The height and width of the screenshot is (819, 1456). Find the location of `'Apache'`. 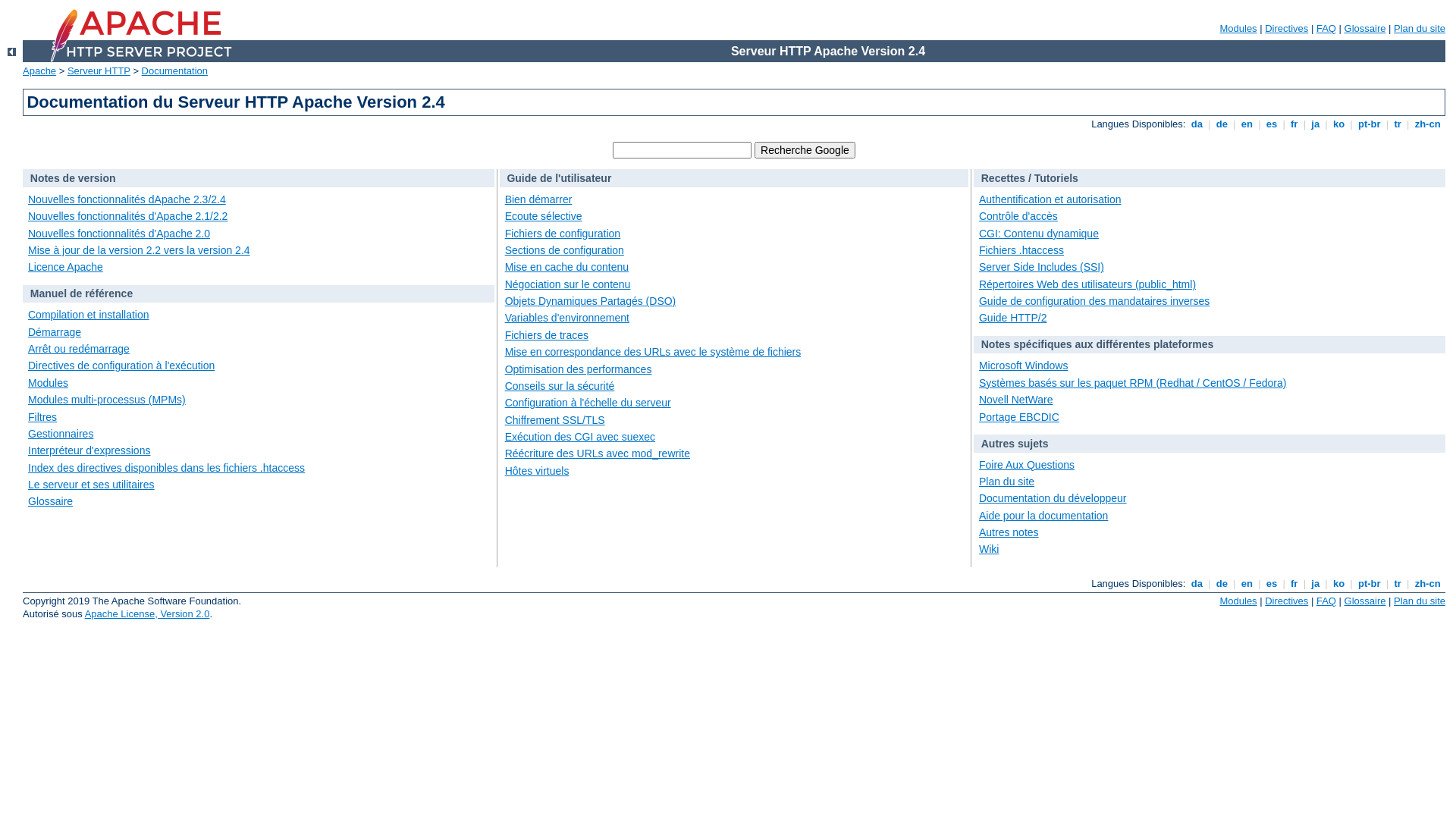

'Apache' is located at coordinates (22, 71).